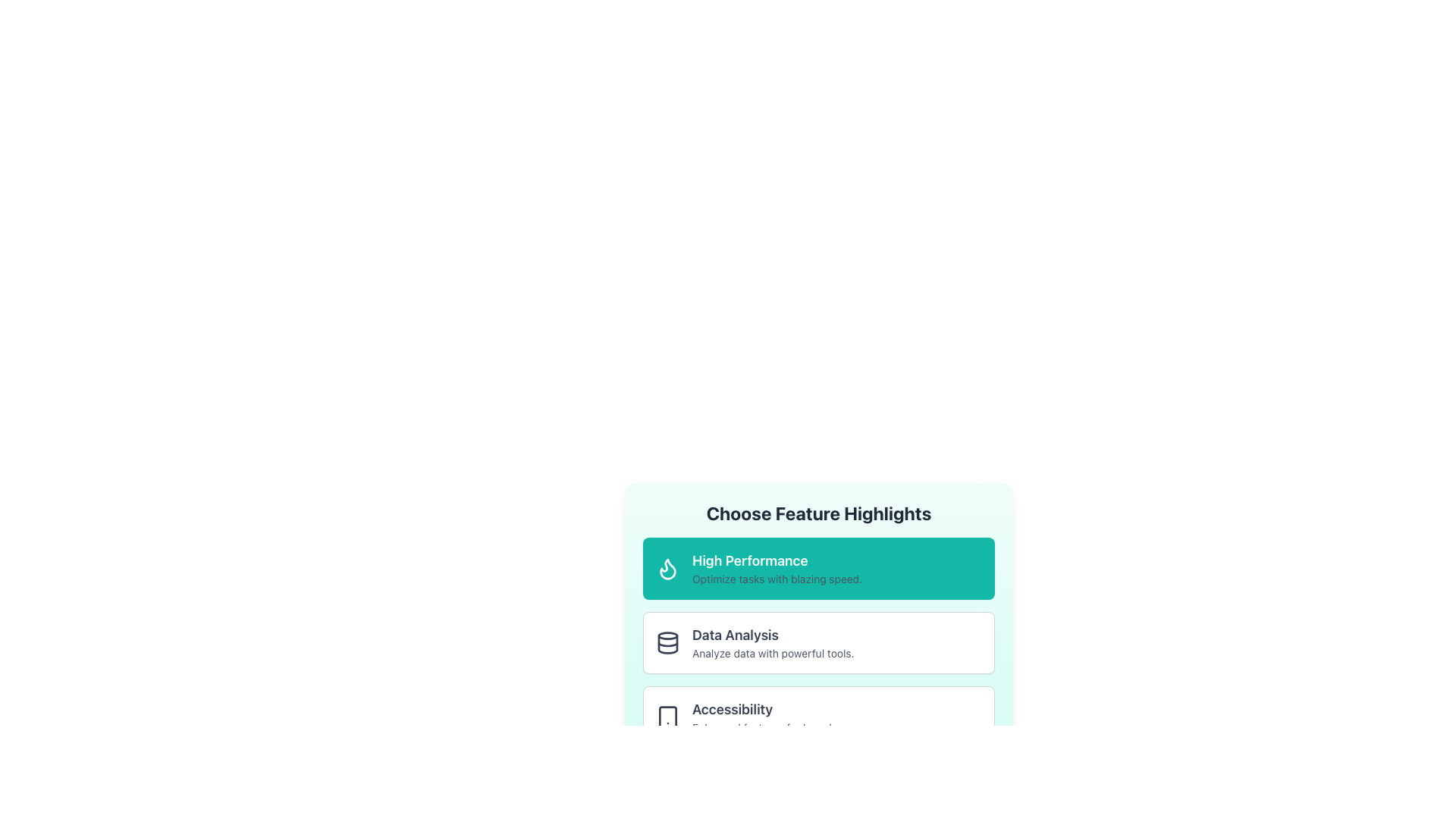 This screenshot has width=1456, height=819. Describe the element at coordinates (818, 717) in the screenshot. I see `keyboard navigation` at that location.